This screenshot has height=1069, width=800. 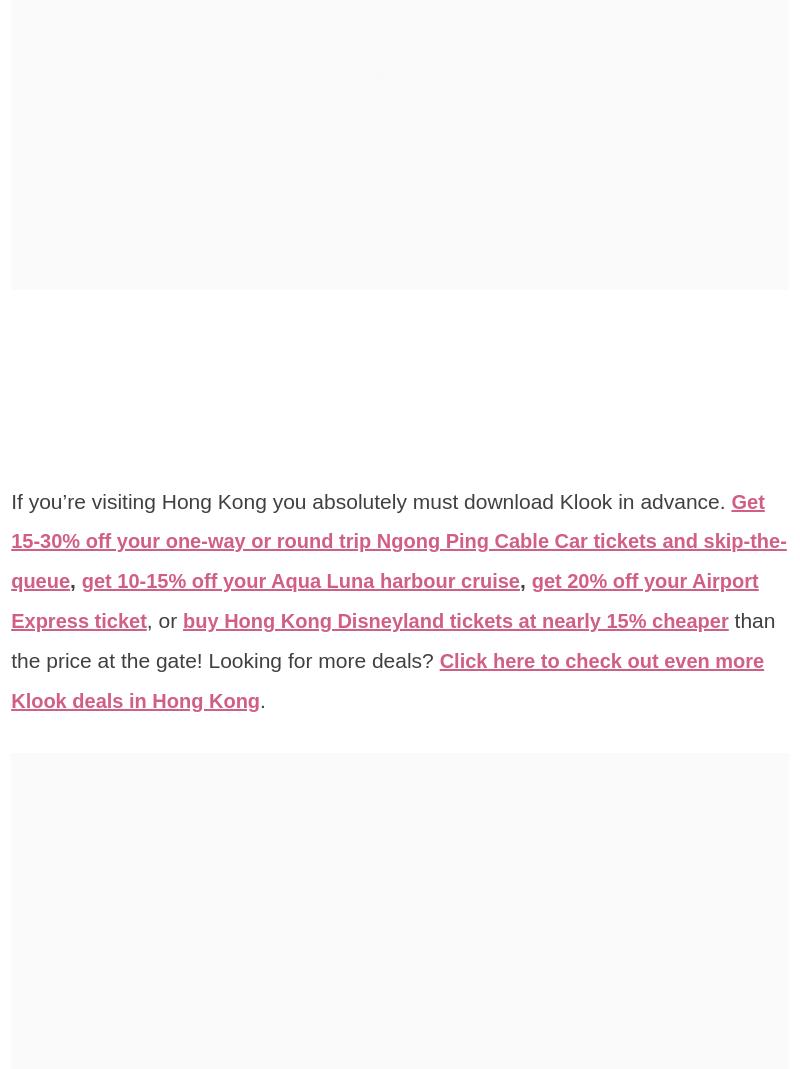 I want to click on 'buy Hong Kong Disneyland tickets at nearly 15% cheaper', so click(x=380, y=640).